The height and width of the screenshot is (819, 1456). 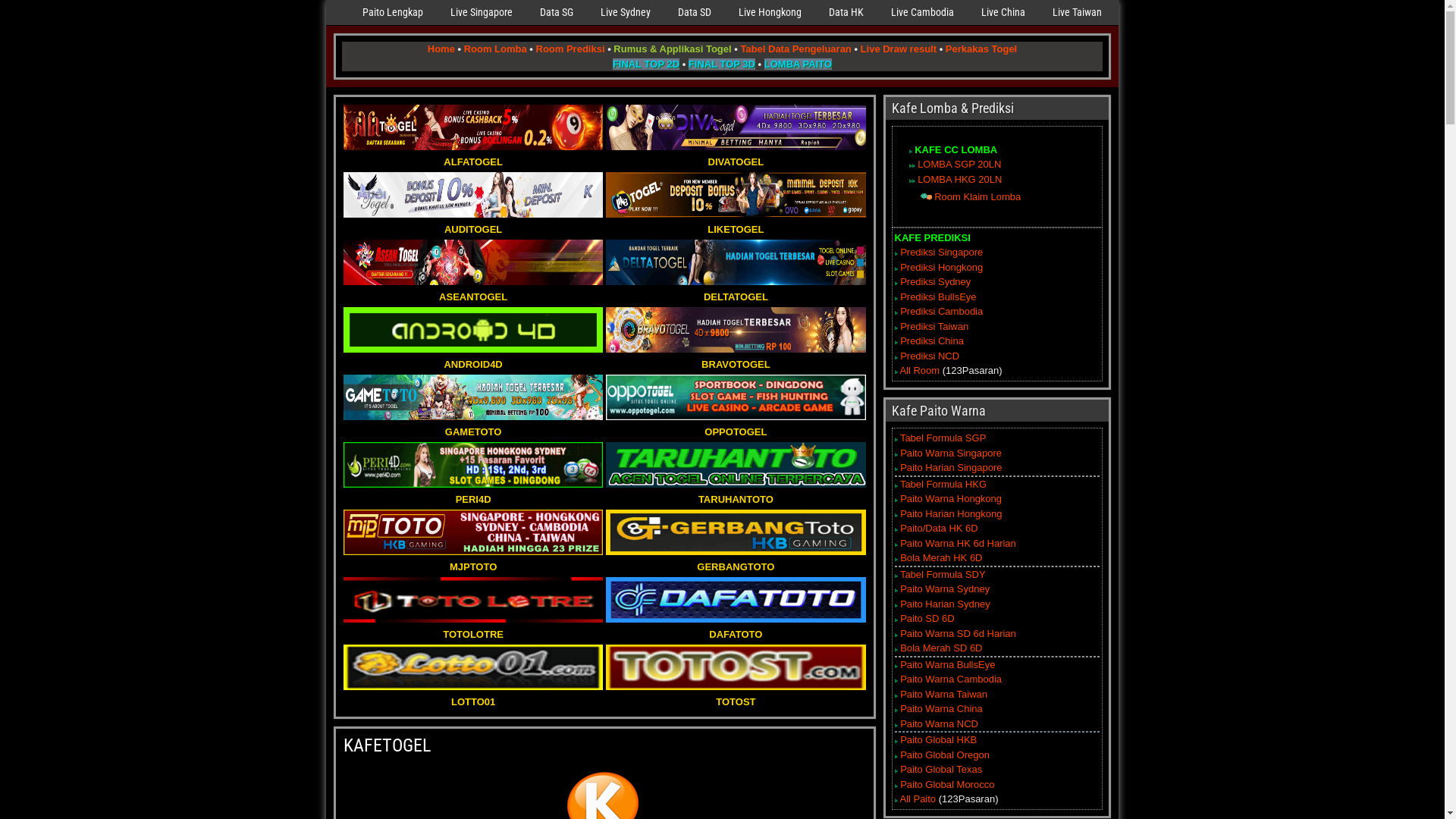 What do you see at coordinates (925, 196) in the screenshot?
I see `'panah'` at bounding box center [925, 196].